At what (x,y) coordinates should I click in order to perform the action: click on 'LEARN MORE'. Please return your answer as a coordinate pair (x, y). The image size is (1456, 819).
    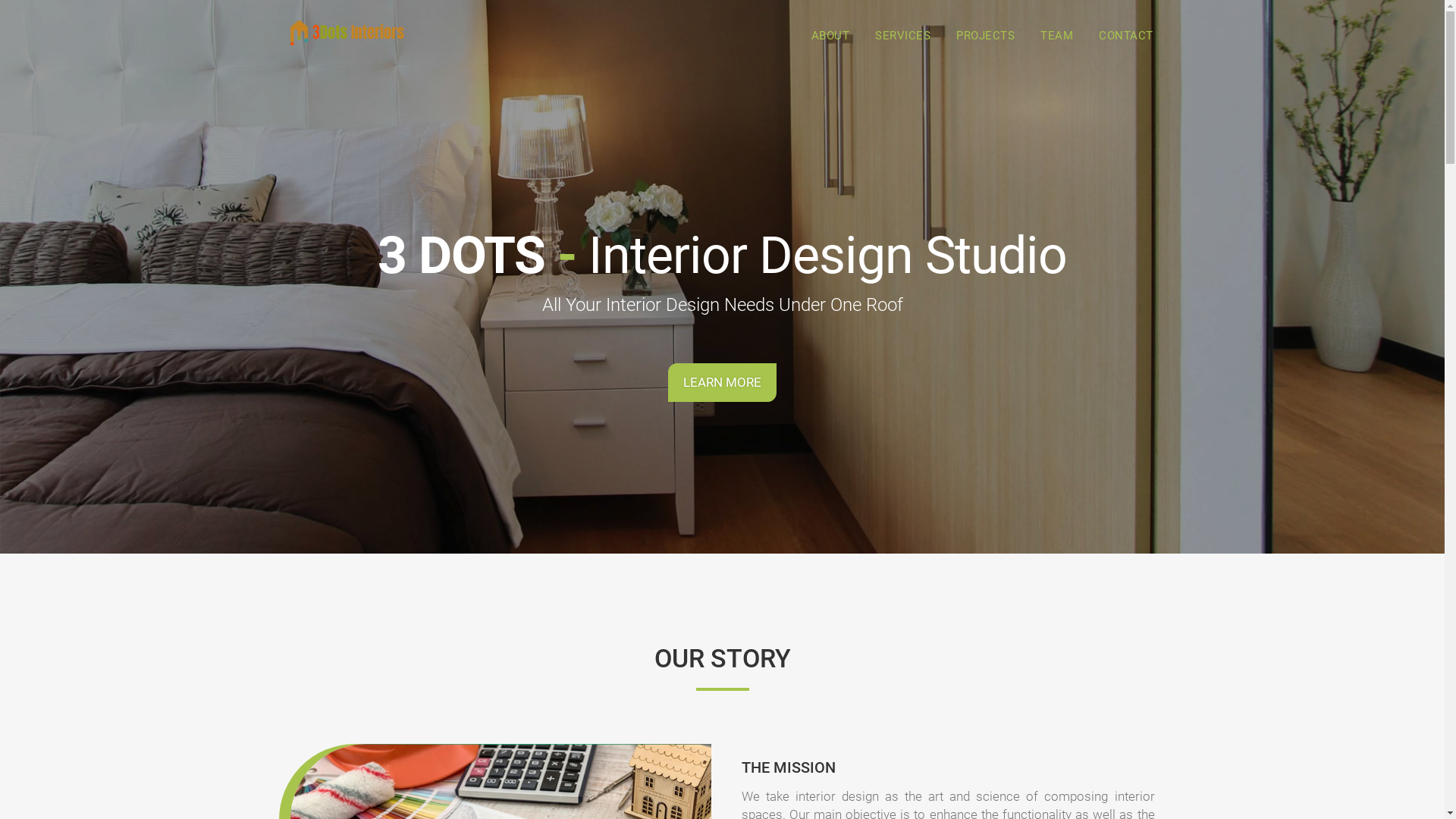
    Looking at the image, I should click on (721, 381).